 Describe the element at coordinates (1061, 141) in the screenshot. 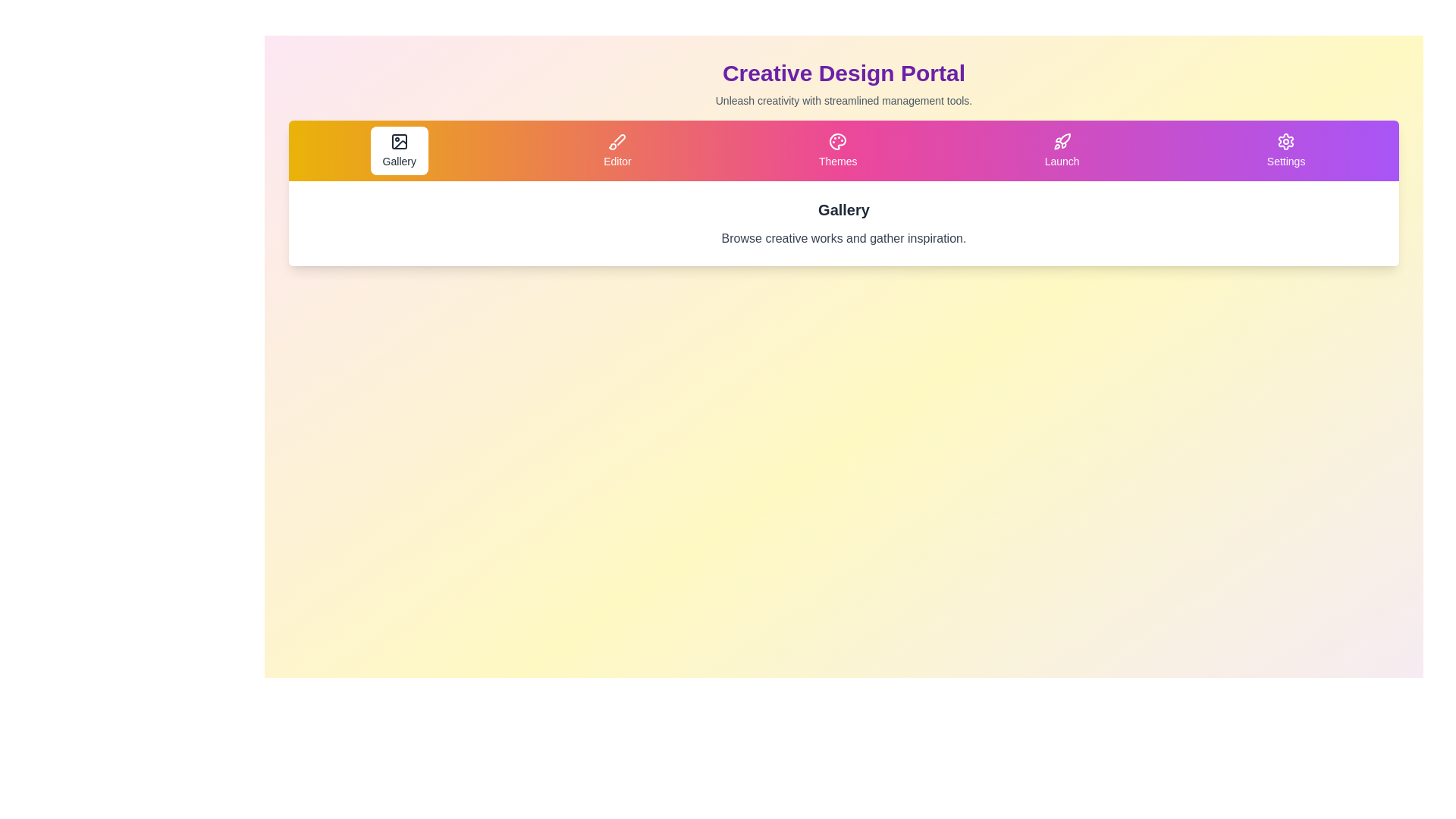

I see `the launch icon located in the third section from the left in the navigation bar, directly above the text label 'Launch'` at that location.